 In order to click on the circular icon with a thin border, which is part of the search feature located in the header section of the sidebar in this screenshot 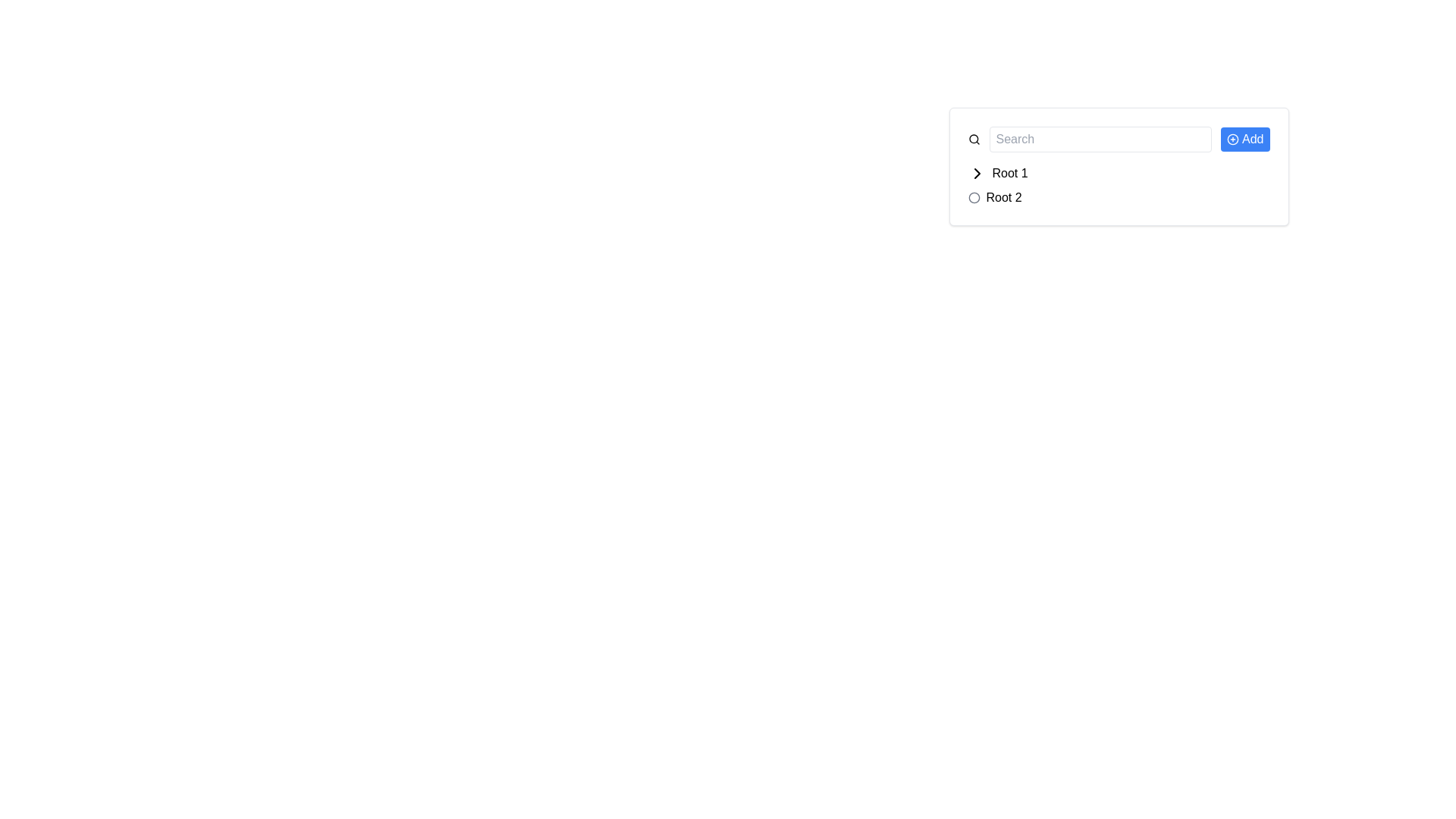, I will do `click(973, 139)`.